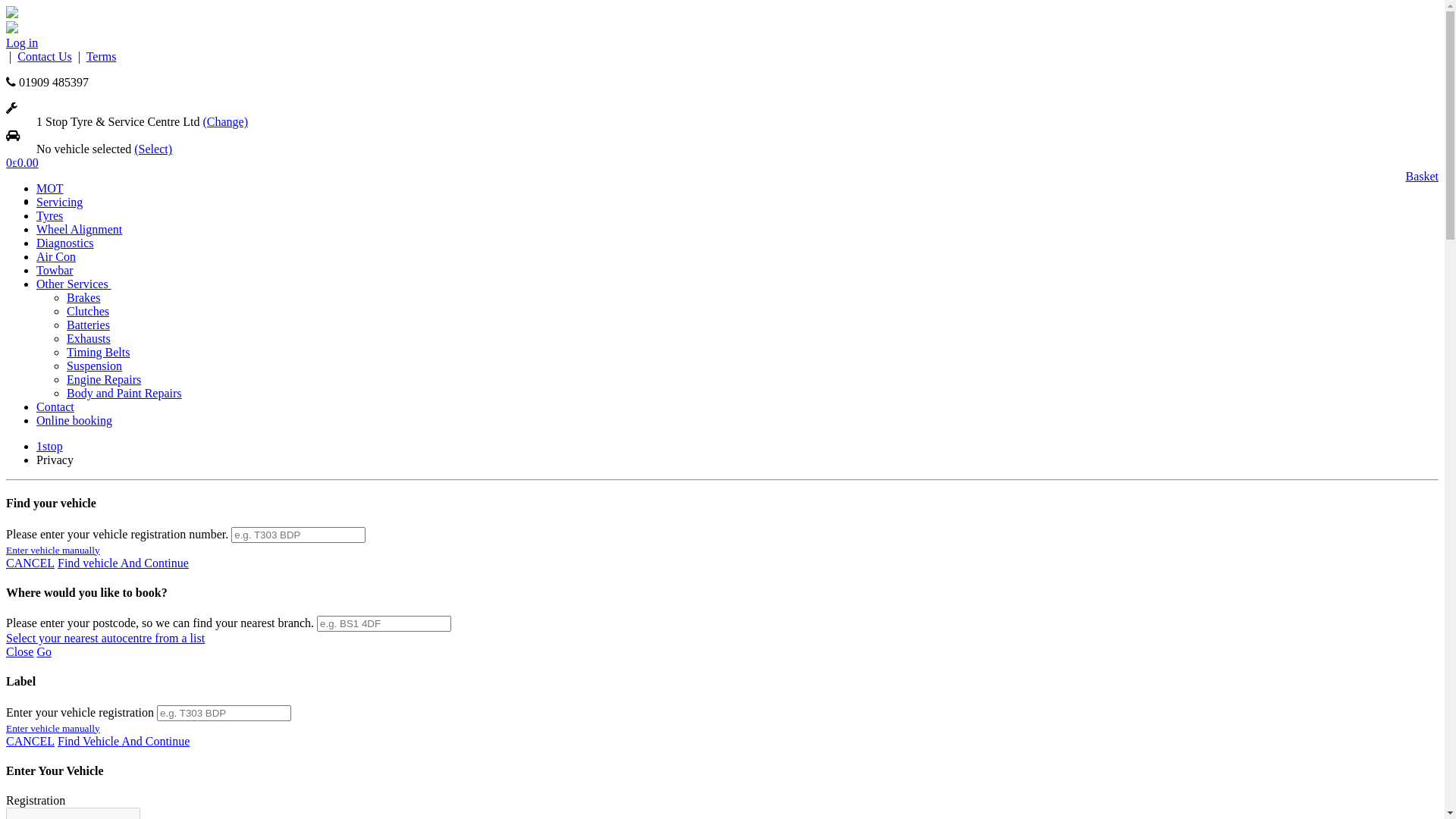 The width and height of the screenshot is (1456, 819). I want to click on 'Enter vehicle manually', so click(53, 550).